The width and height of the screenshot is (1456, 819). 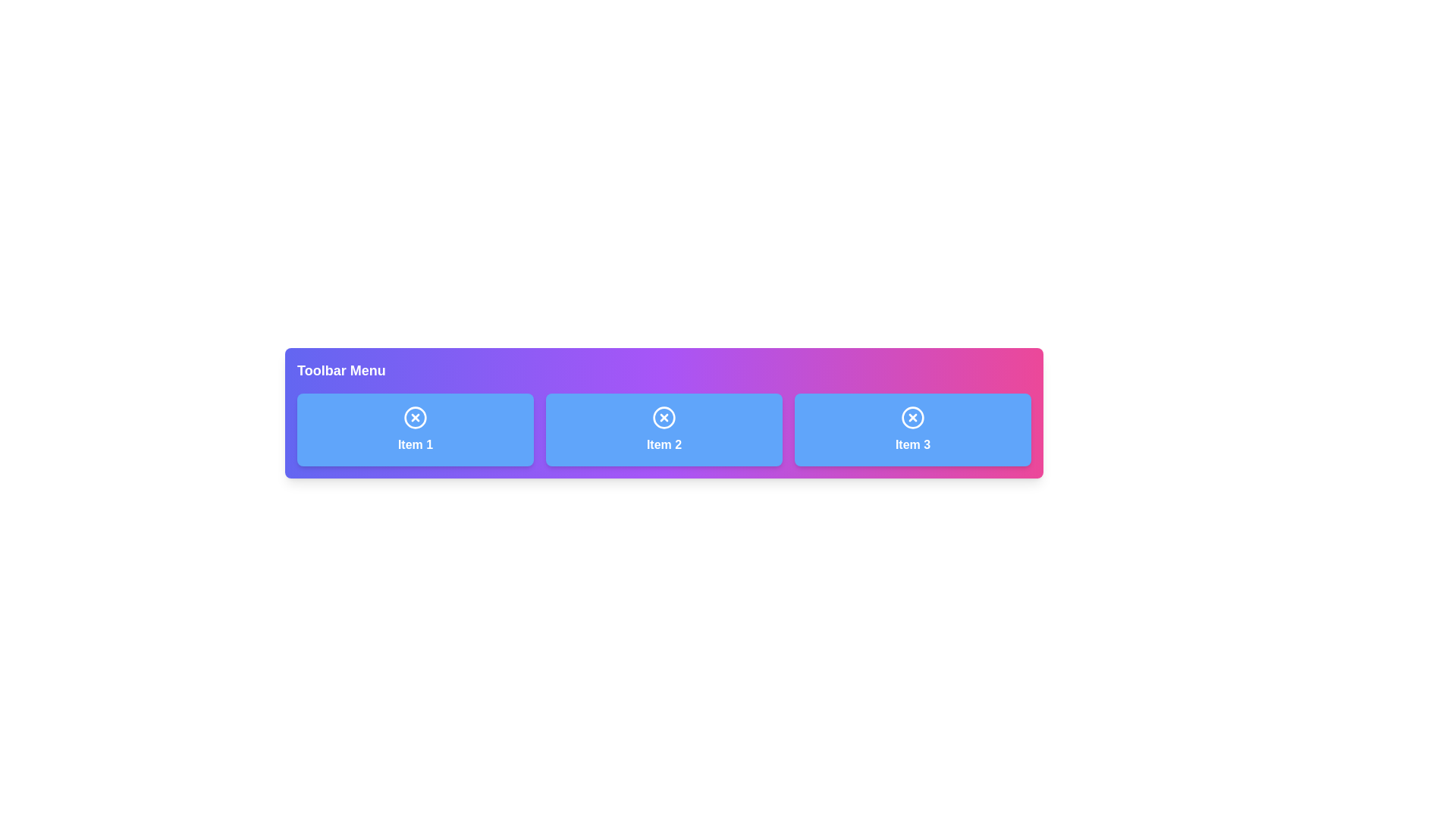 What do you see at coordinates (415, 430) in the screenshot?
I see `the interactive button for 'Item 1' located under the 'Toolbar Menu' label` at bounding box center [415, 430].